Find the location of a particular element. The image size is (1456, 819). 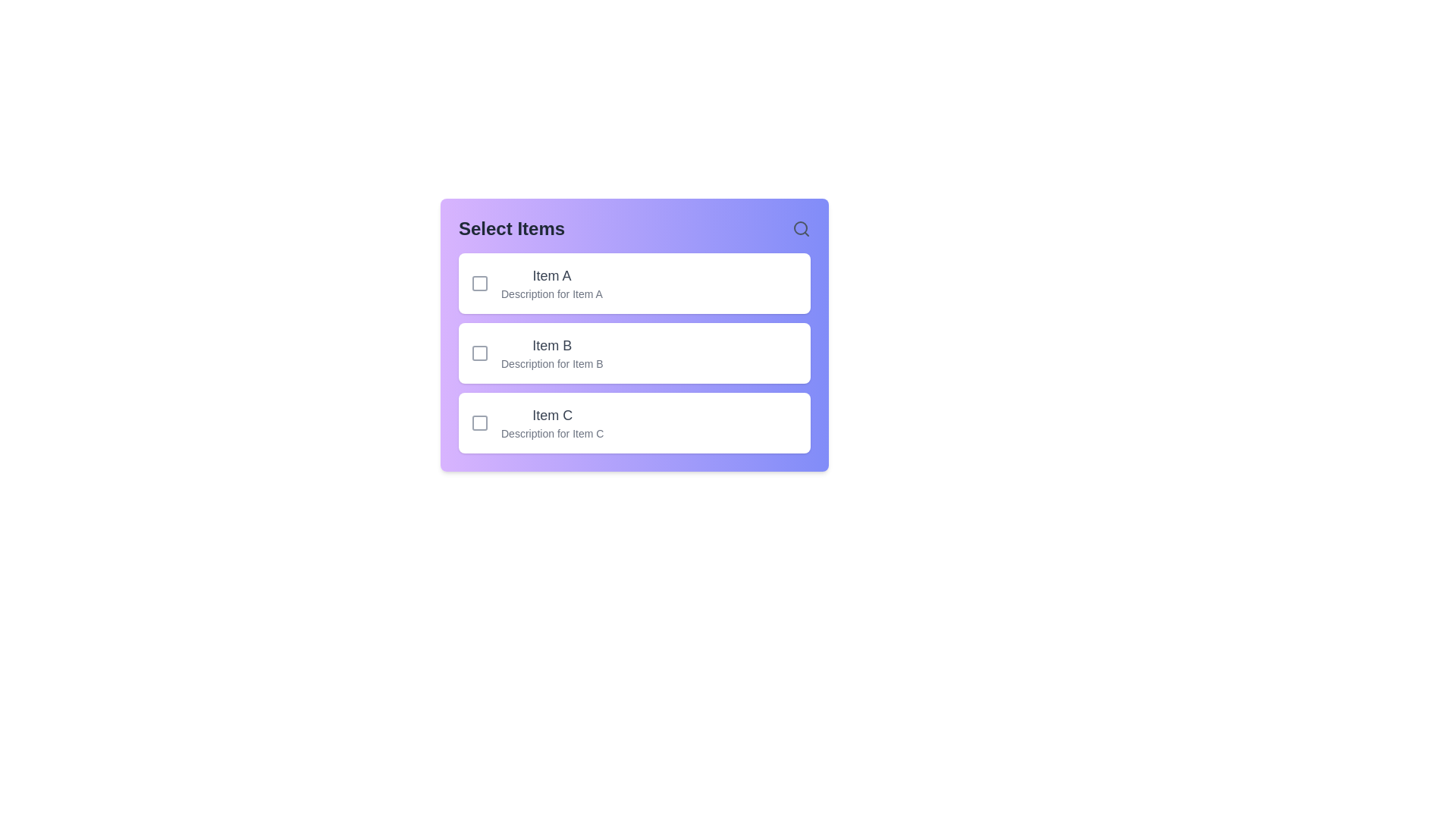

the checkbox for Item C is located at coordinates (479, 423).